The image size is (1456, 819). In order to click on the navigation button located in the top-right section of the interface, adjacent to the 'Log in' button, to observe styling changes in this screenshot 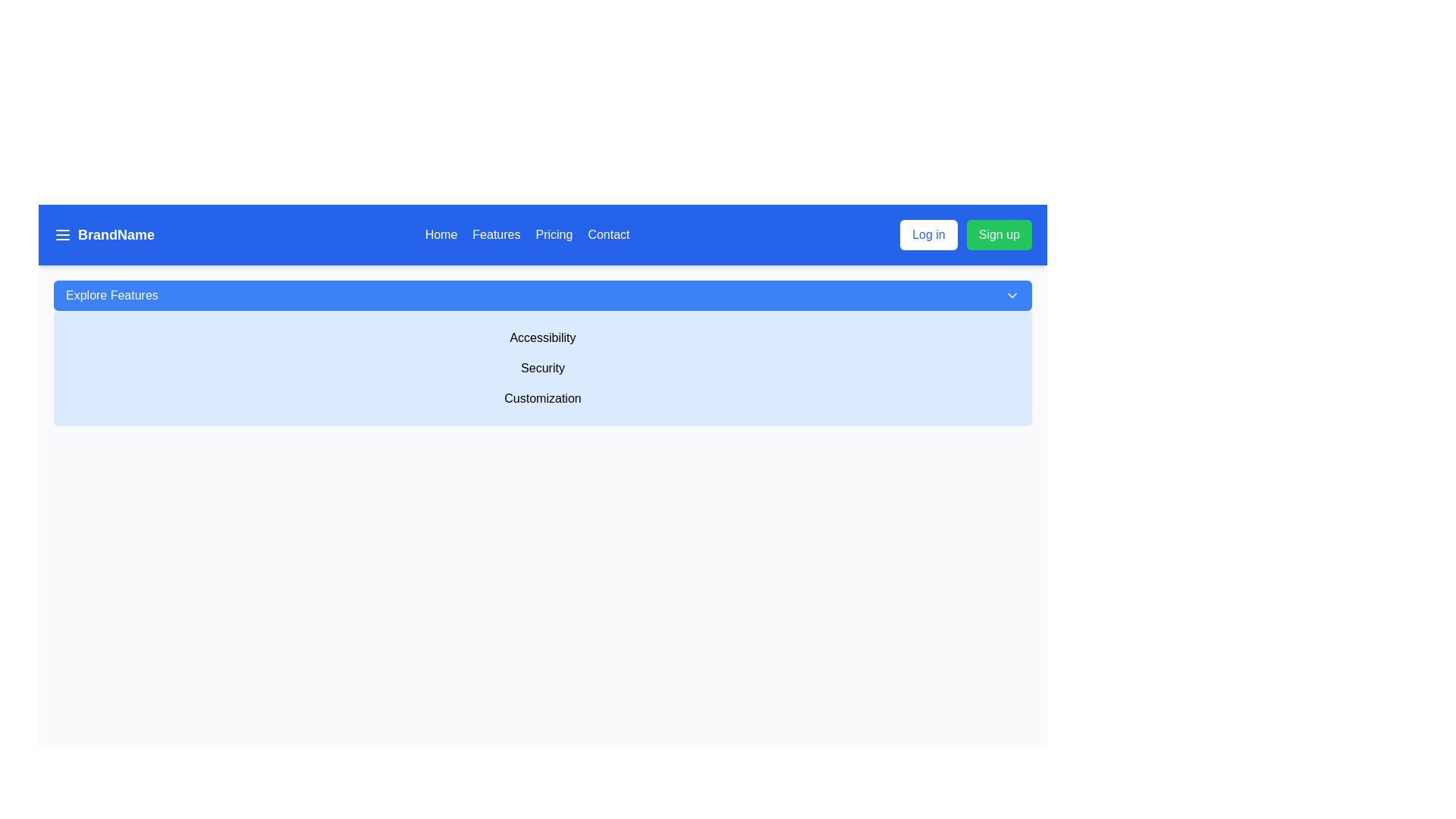, I will do `click(999, 234)`.